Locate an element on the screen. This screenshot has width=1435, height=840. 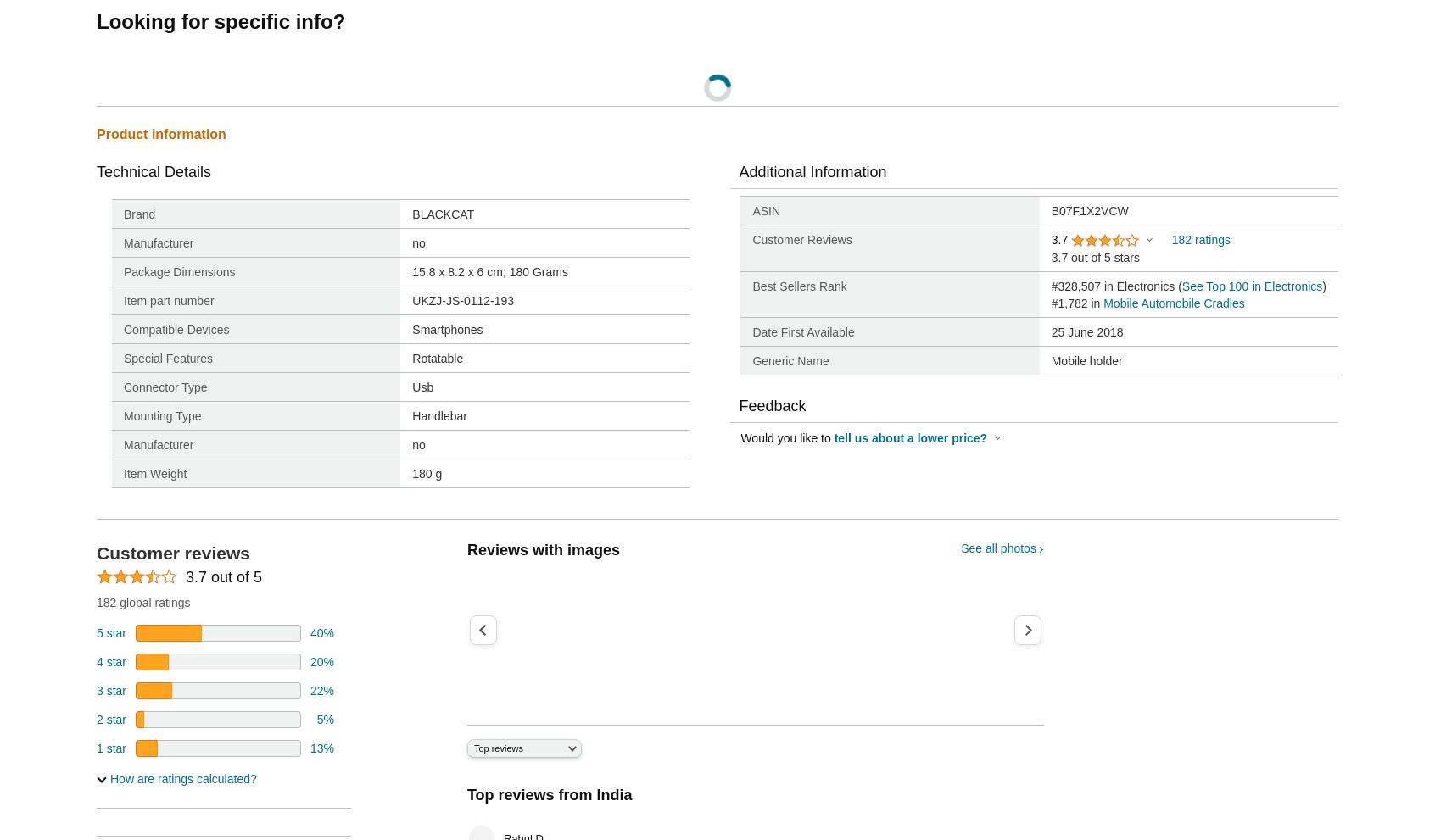
'#1,782 in' is located at coordinates (1076, 302).